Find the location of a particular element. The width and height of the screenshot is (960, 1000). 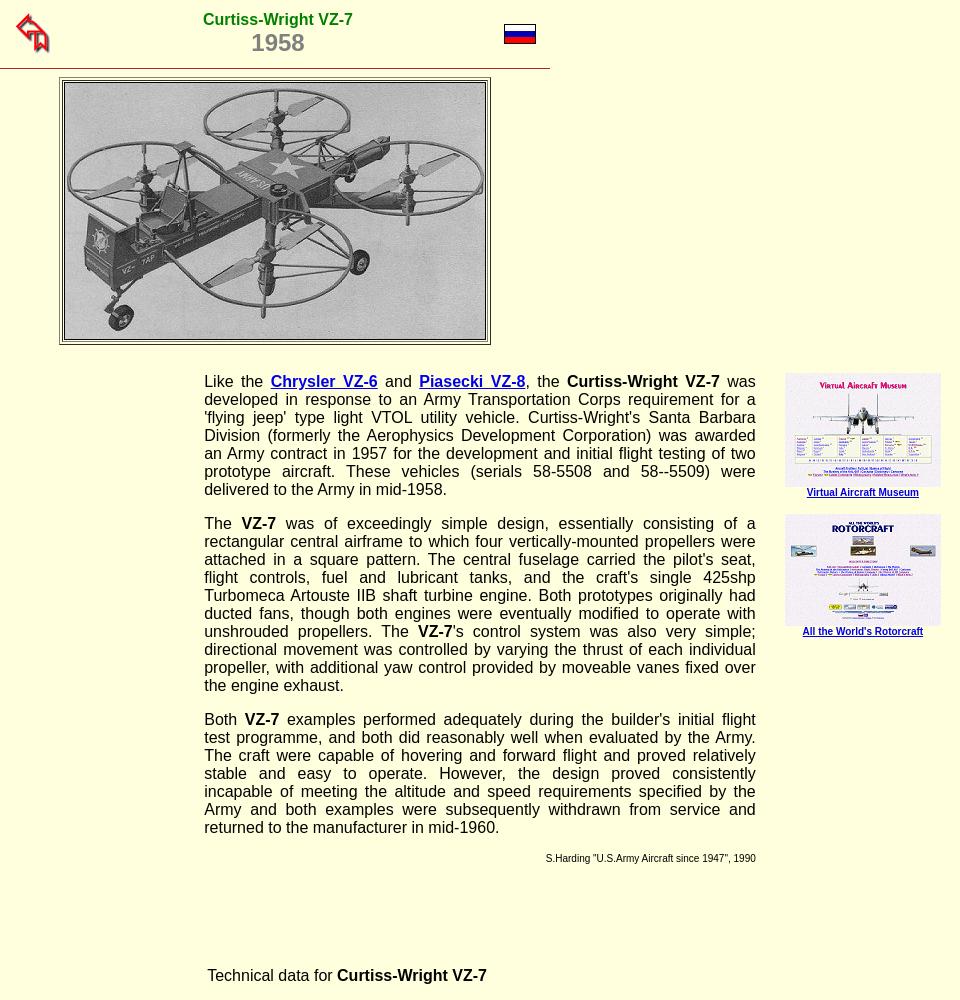

'Both' is located at coordinates (223, 718).